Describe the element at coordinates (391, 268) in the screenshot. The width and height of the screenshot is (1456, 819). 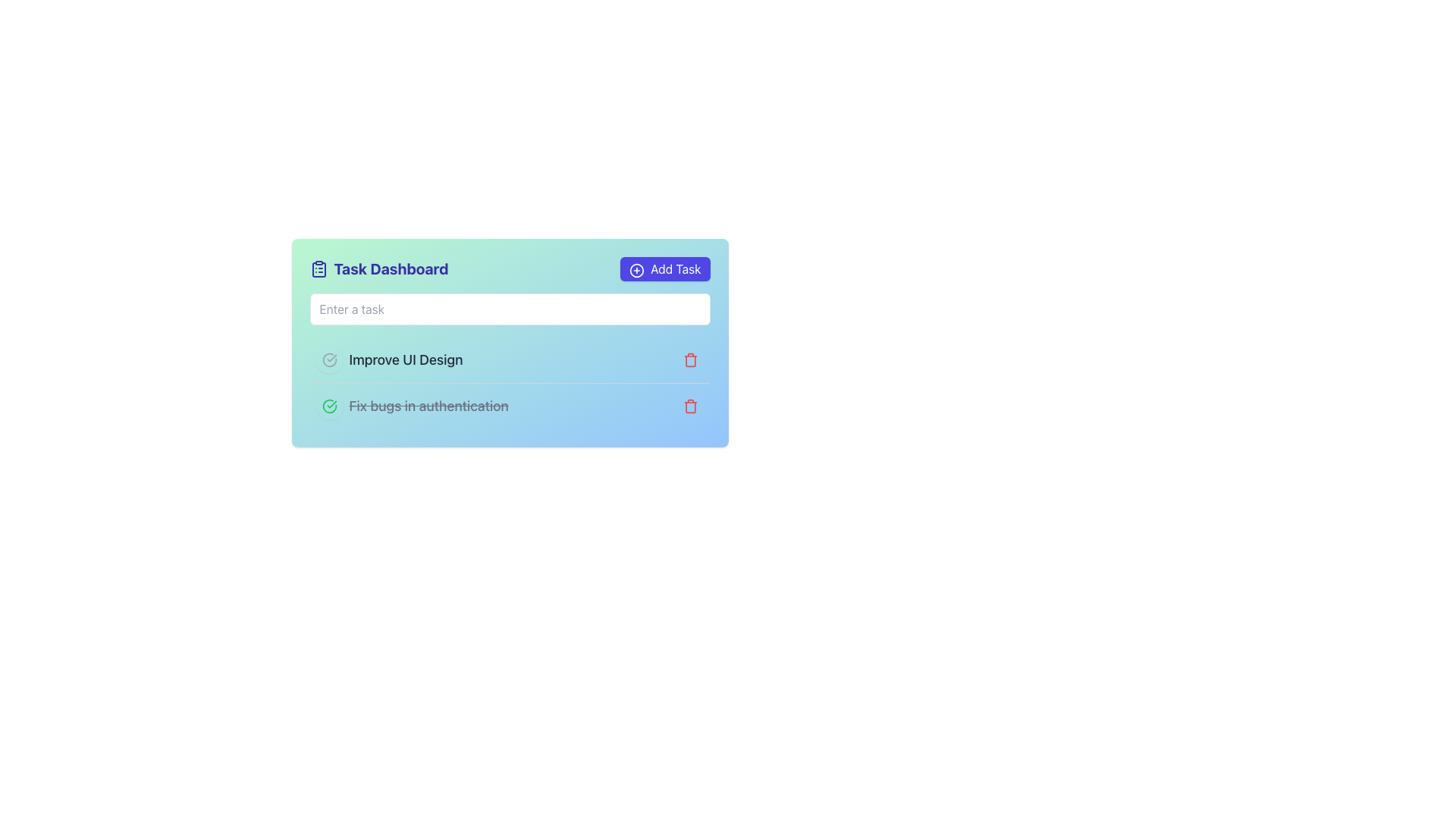
I see `text from the header label that denotes the current section of the task management dashboard, which is positioned next to a clipboard icon and has a gradient background` at that location.